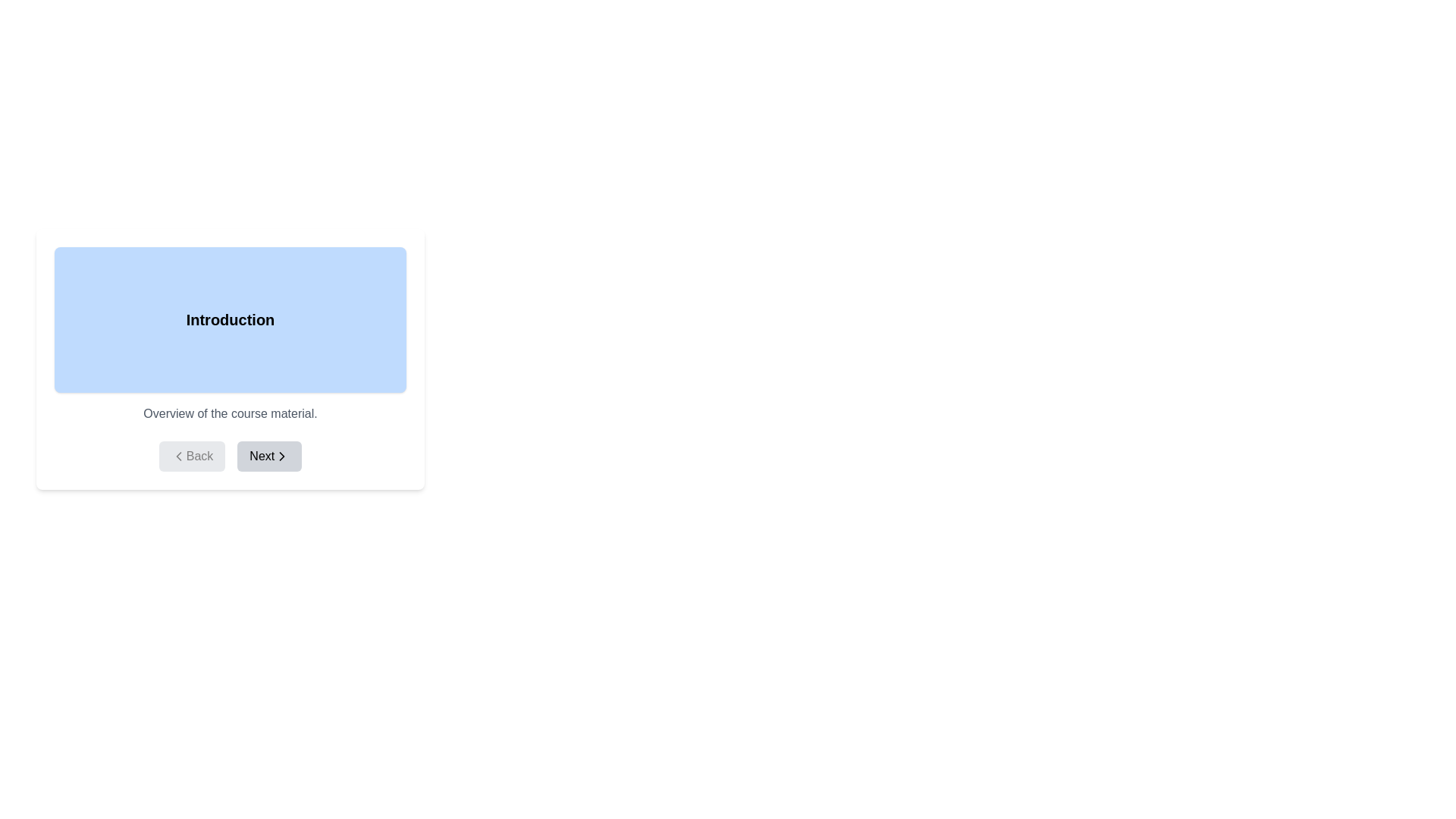 Image resolution: width=1456 pixels, height=819 pixels. Describe the element at coordinates (282, 455) in the screenshot. I see `the chevron icon inside the 'Next' button located at the bottom-right of the card layout` at that location.